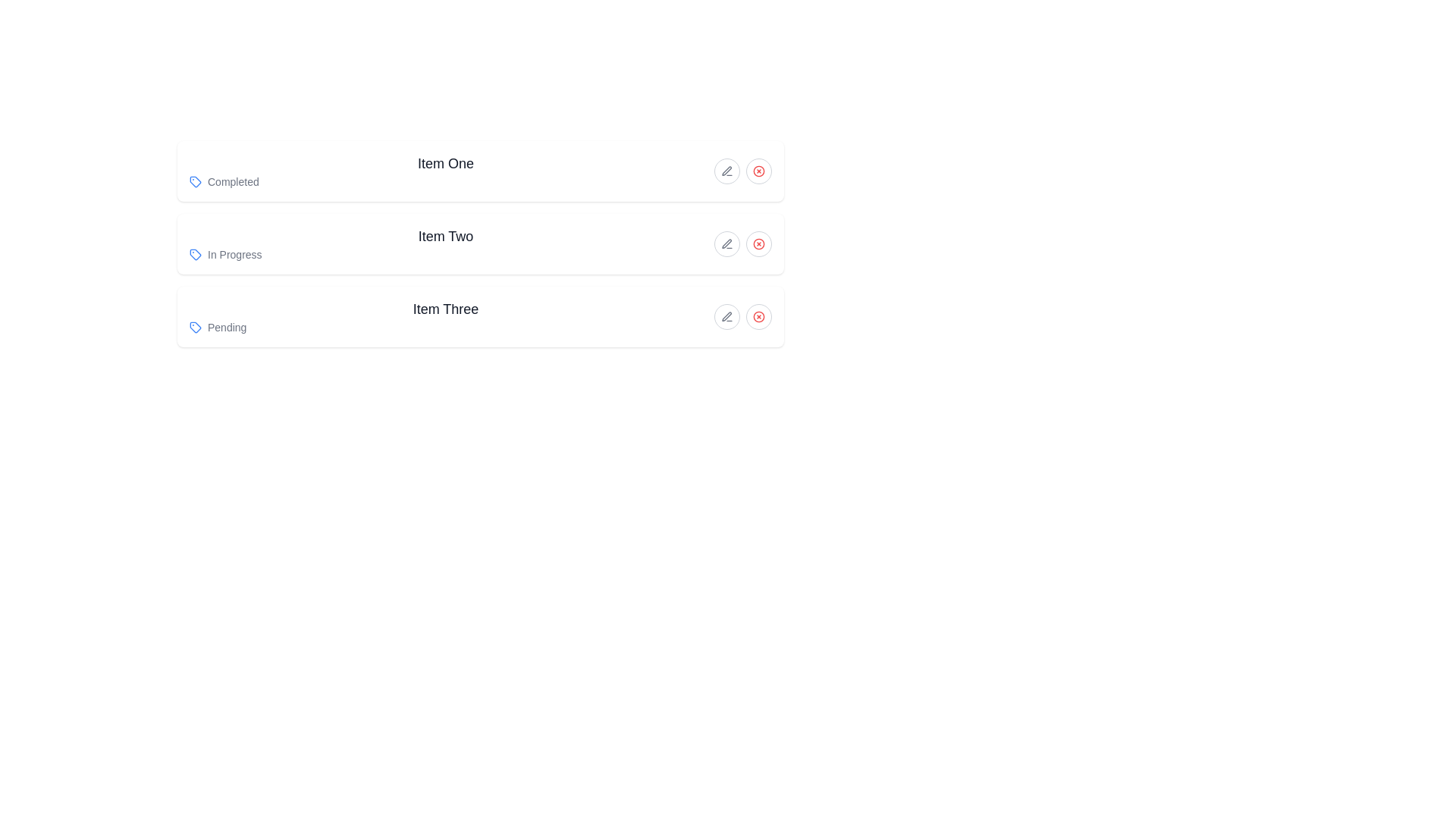 The image size is (1456, 819). What do you see at coordinates (742, 315) in the screenshot?
I see `the pen icon located on the far-right side of the row labeled 'Item Three' to initiate editing` at bounding box center [742, 315].